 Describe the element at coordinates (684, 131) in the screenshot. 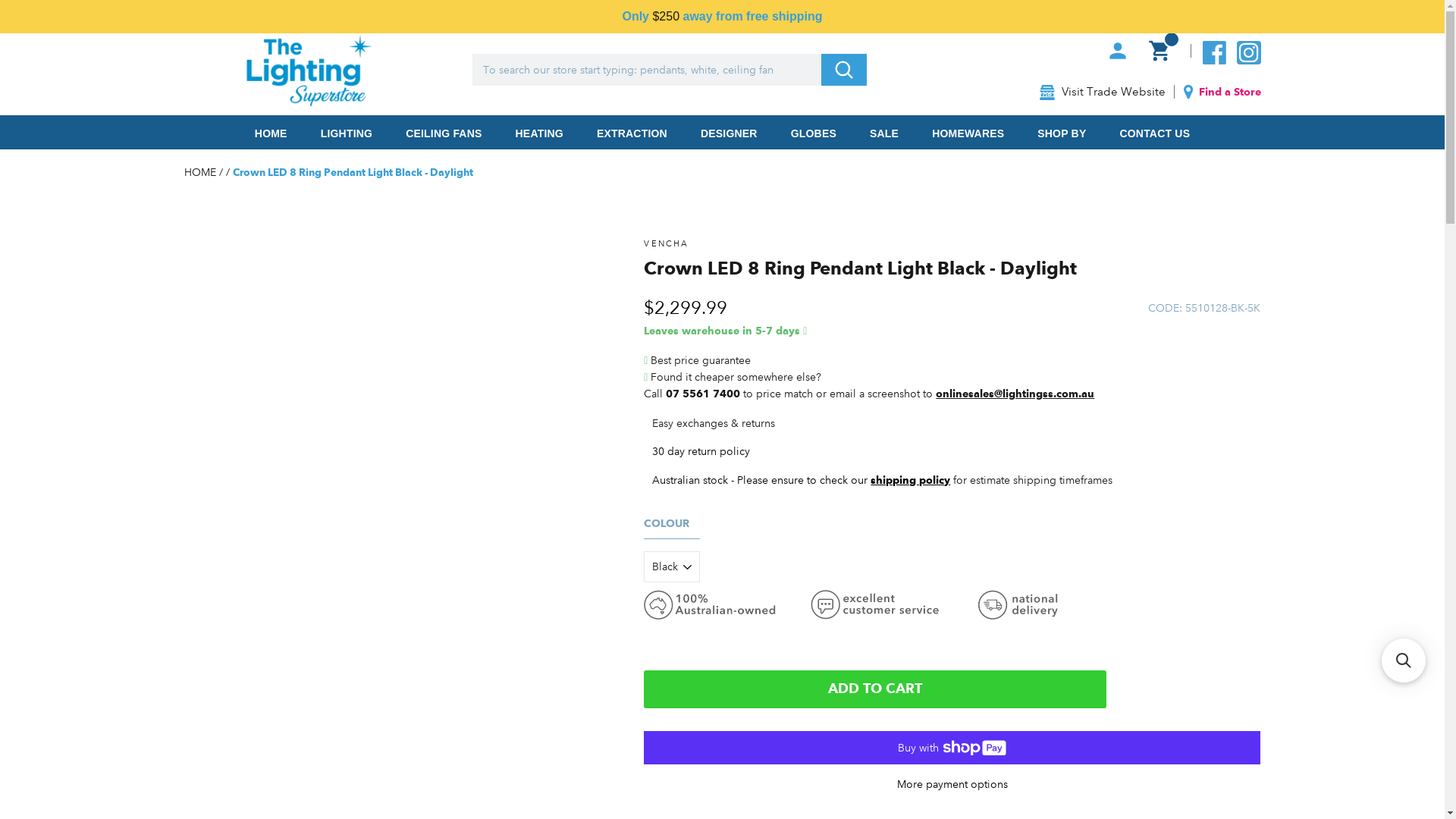

I see `'DESIGNER'` at that location.